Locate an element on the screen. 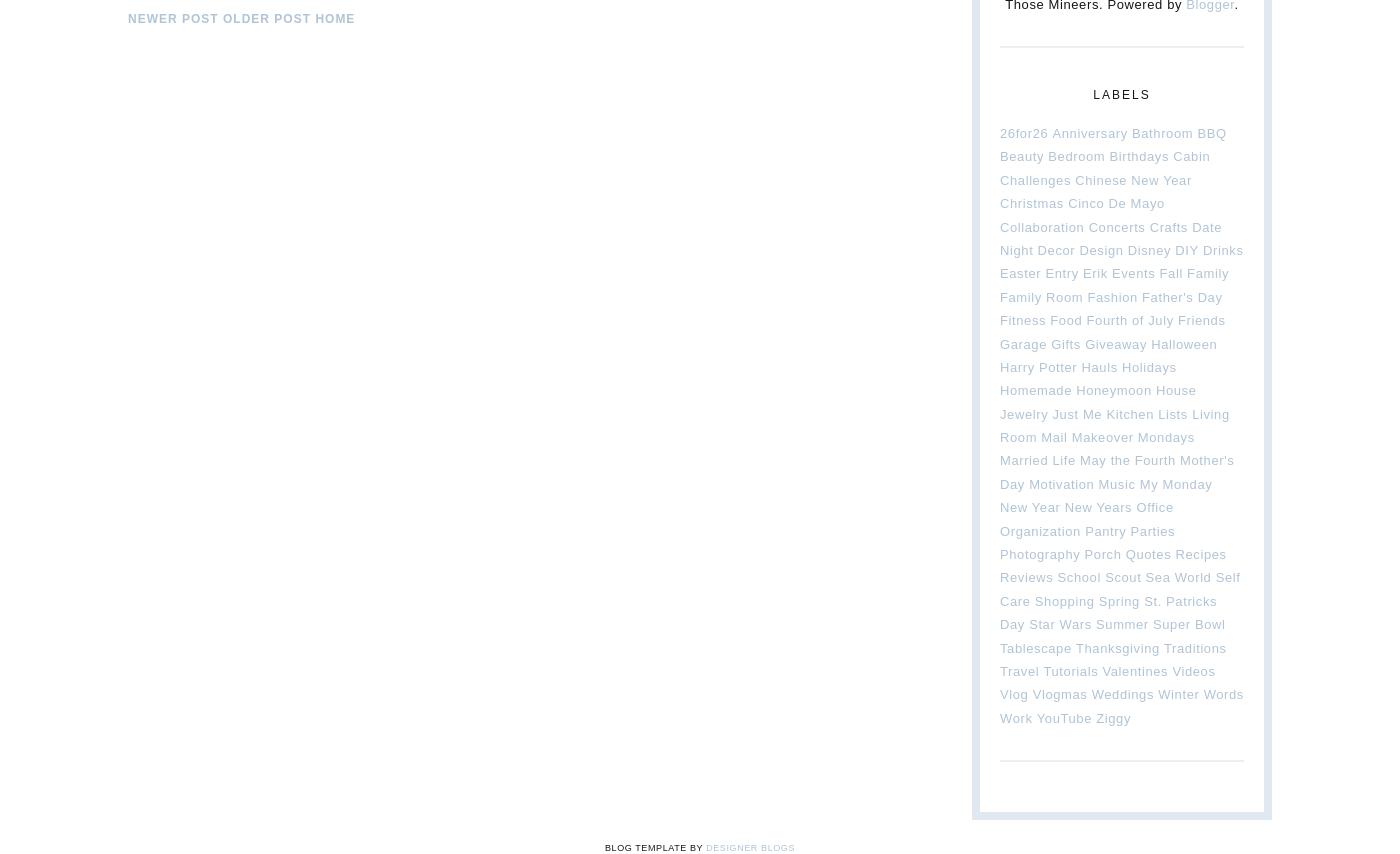 This screenshot has height=854, width=1400. 'Honeymoon' is located at coordinates (1113, 389).